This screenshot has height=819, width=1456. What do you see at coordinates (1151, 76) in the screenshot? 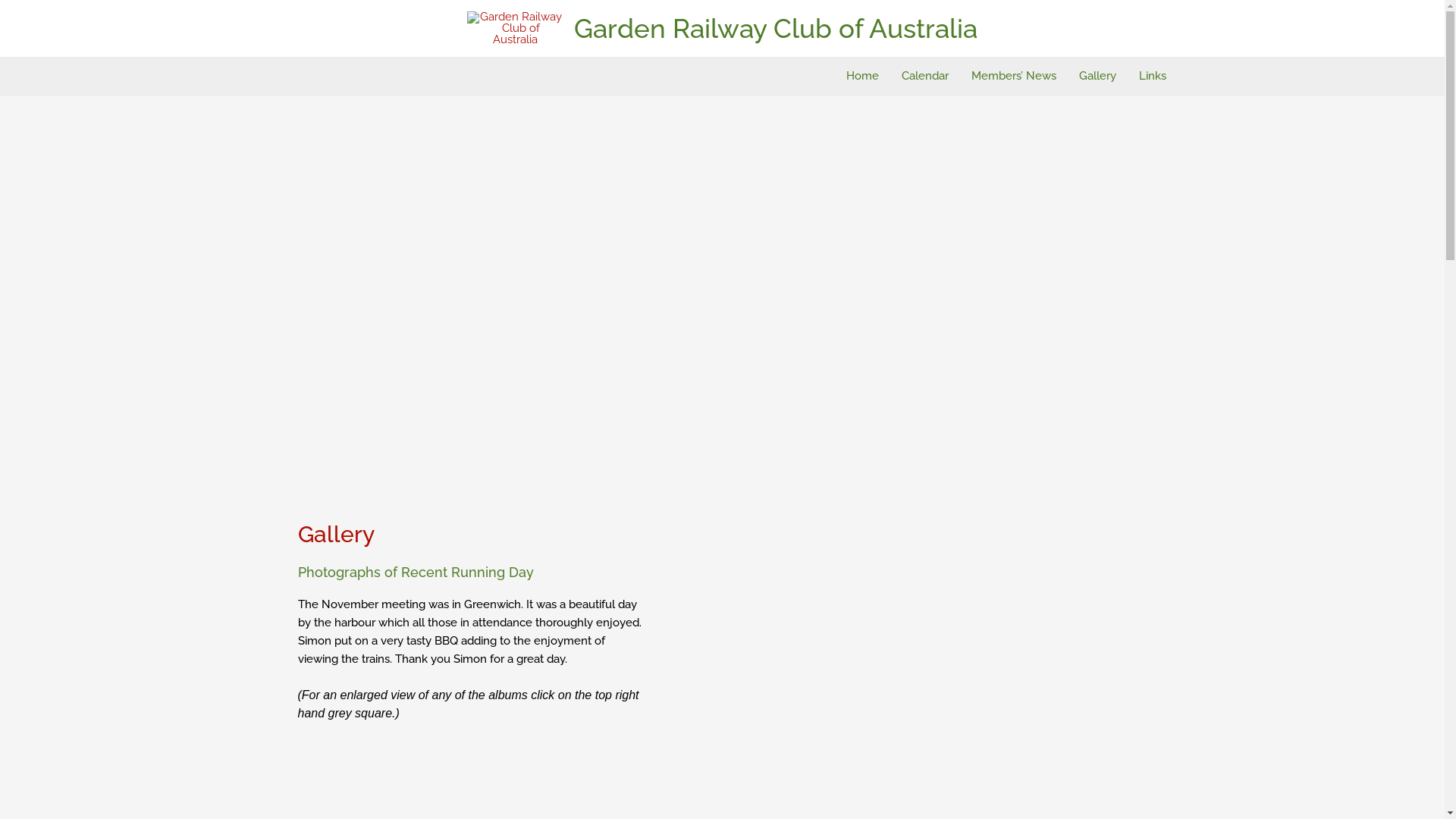
I see `'Links'` at bounding box center [1151, 76].